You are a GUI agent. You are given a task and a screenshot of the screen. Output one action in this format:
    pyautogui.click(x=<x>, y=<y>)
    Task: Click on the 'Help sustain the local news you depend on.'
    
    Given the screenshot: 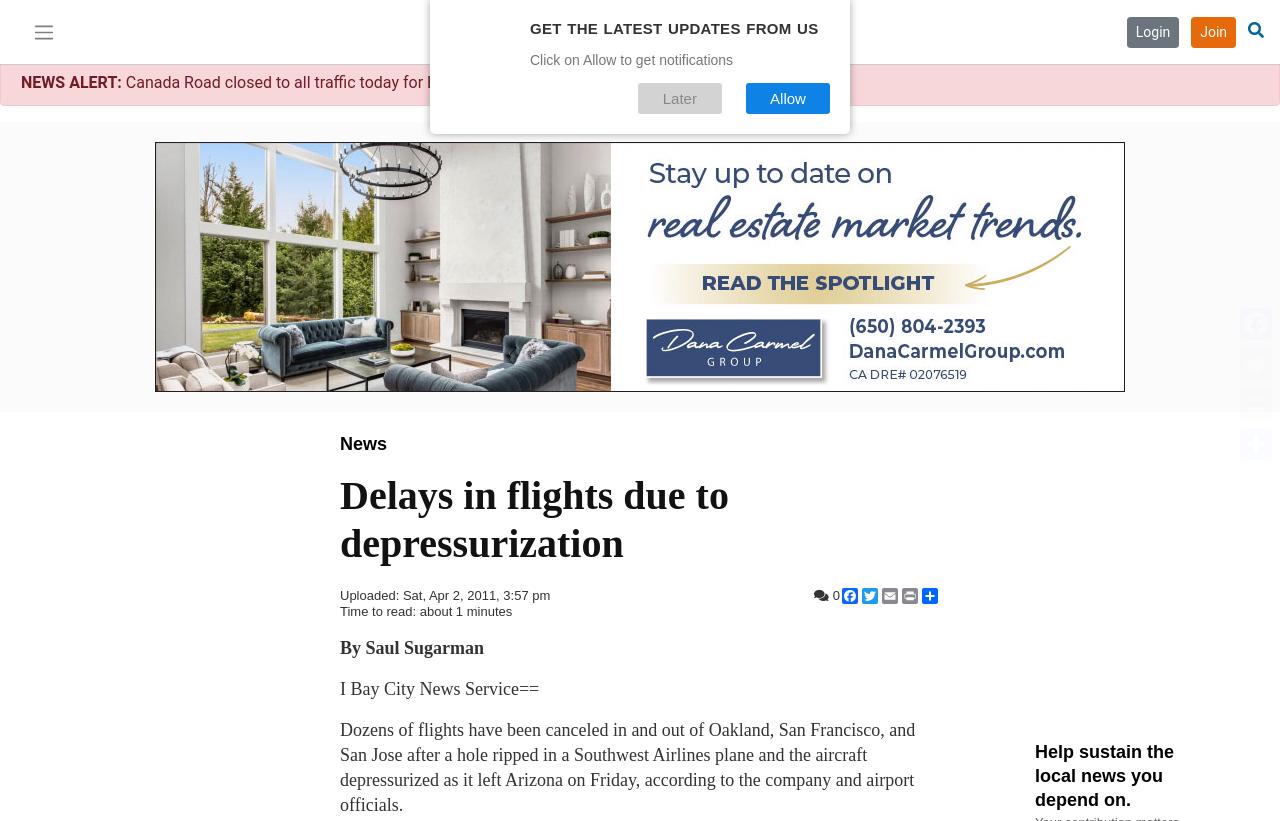 What is the action you would take?
    pyautogui.click(x=1103, y=774)
    